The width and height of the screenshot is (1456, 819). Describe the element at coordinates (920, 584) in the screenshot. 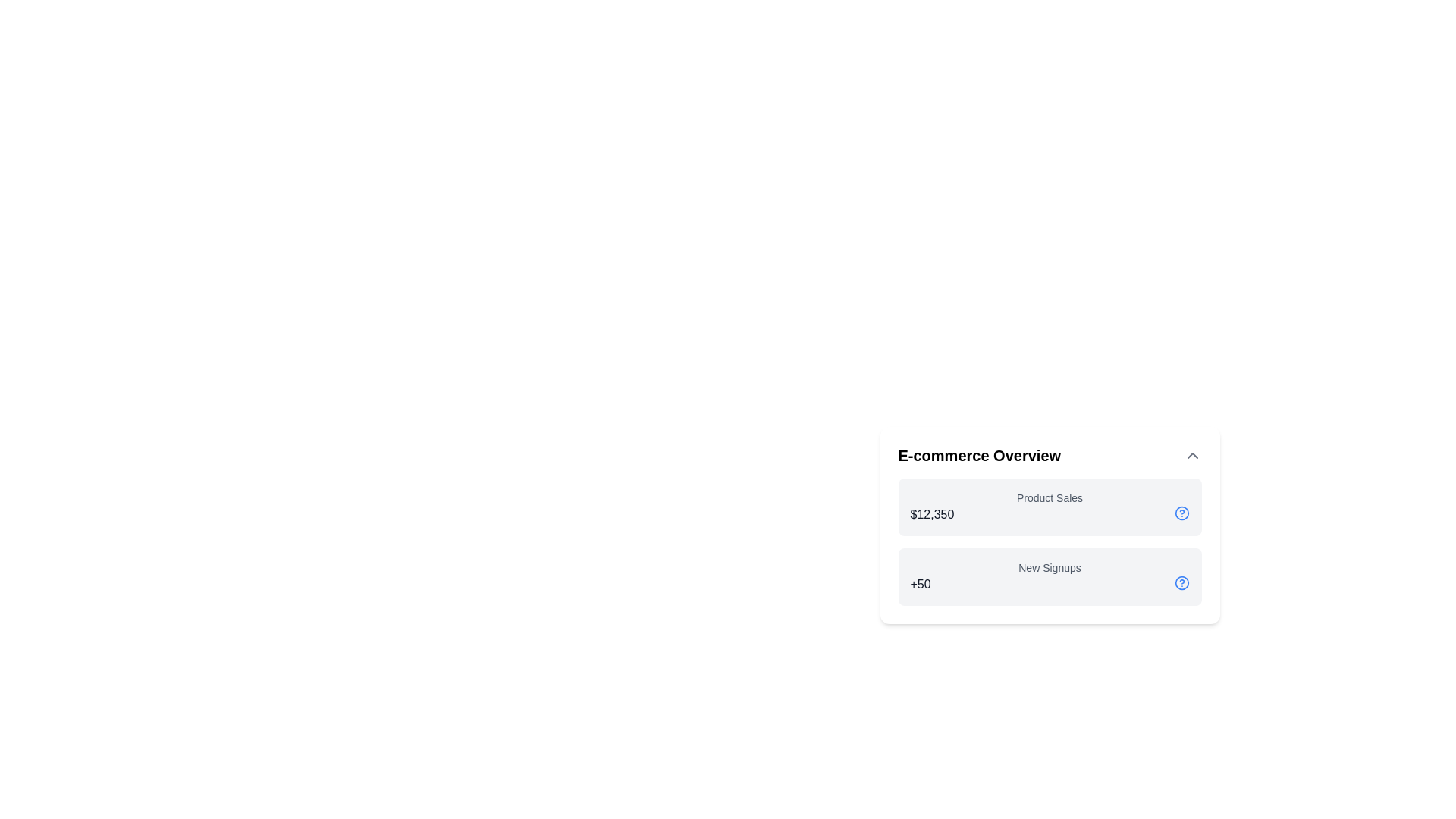

I see `the text label displaying '+50' in the 'New Signups' section of the 'E-commerce Overview' card` at that location.